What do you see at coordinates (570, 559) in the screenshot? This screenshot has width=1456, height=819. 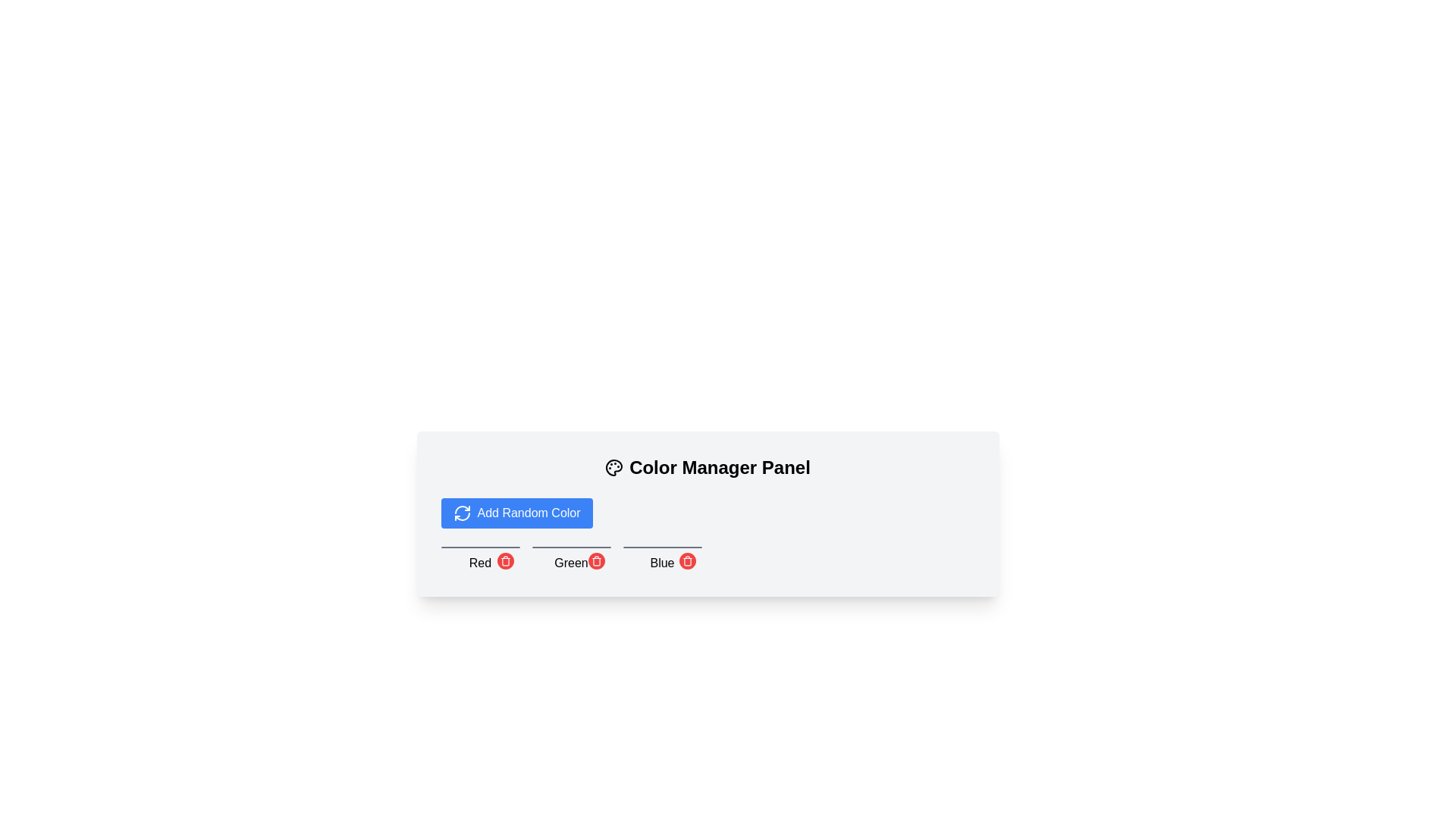 I see `the 'Green' color label in the middle of the horizontally aligned list of color options` at bounding box center [570, 559].